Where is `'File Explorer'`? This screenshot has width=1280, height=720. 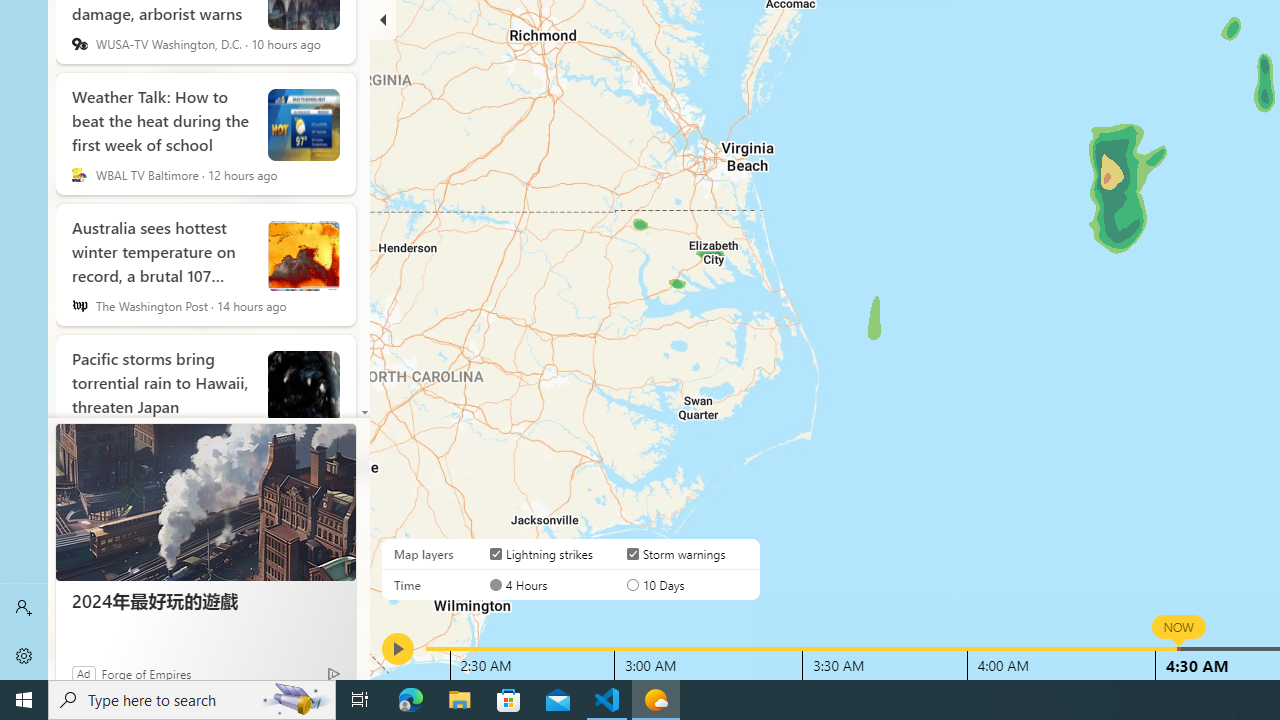 'File Explorer' is located at coordinates (459, 698).